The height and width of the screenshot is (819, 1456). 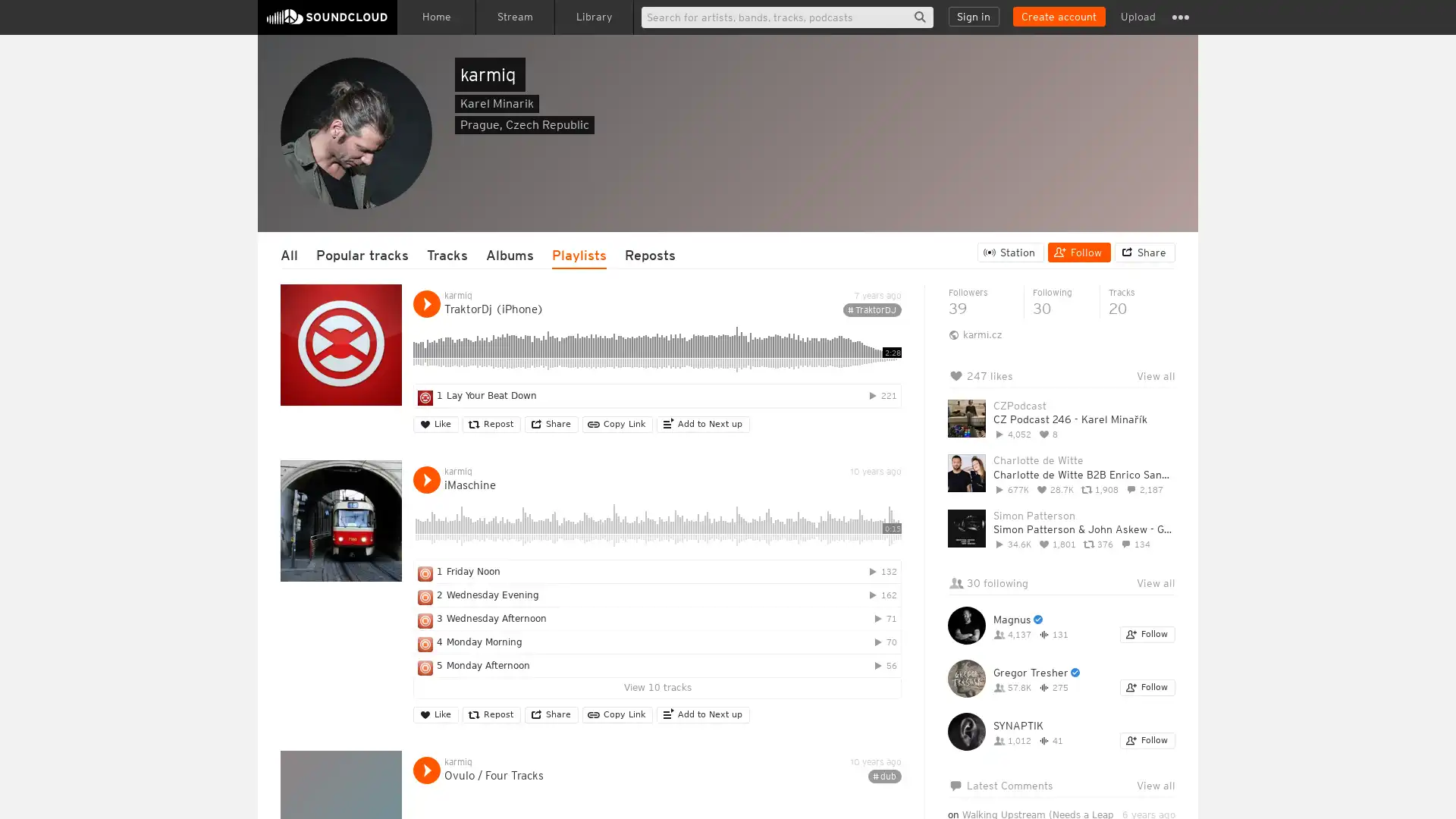 I want to click on Add to Next up, so click(x=702, y=424).